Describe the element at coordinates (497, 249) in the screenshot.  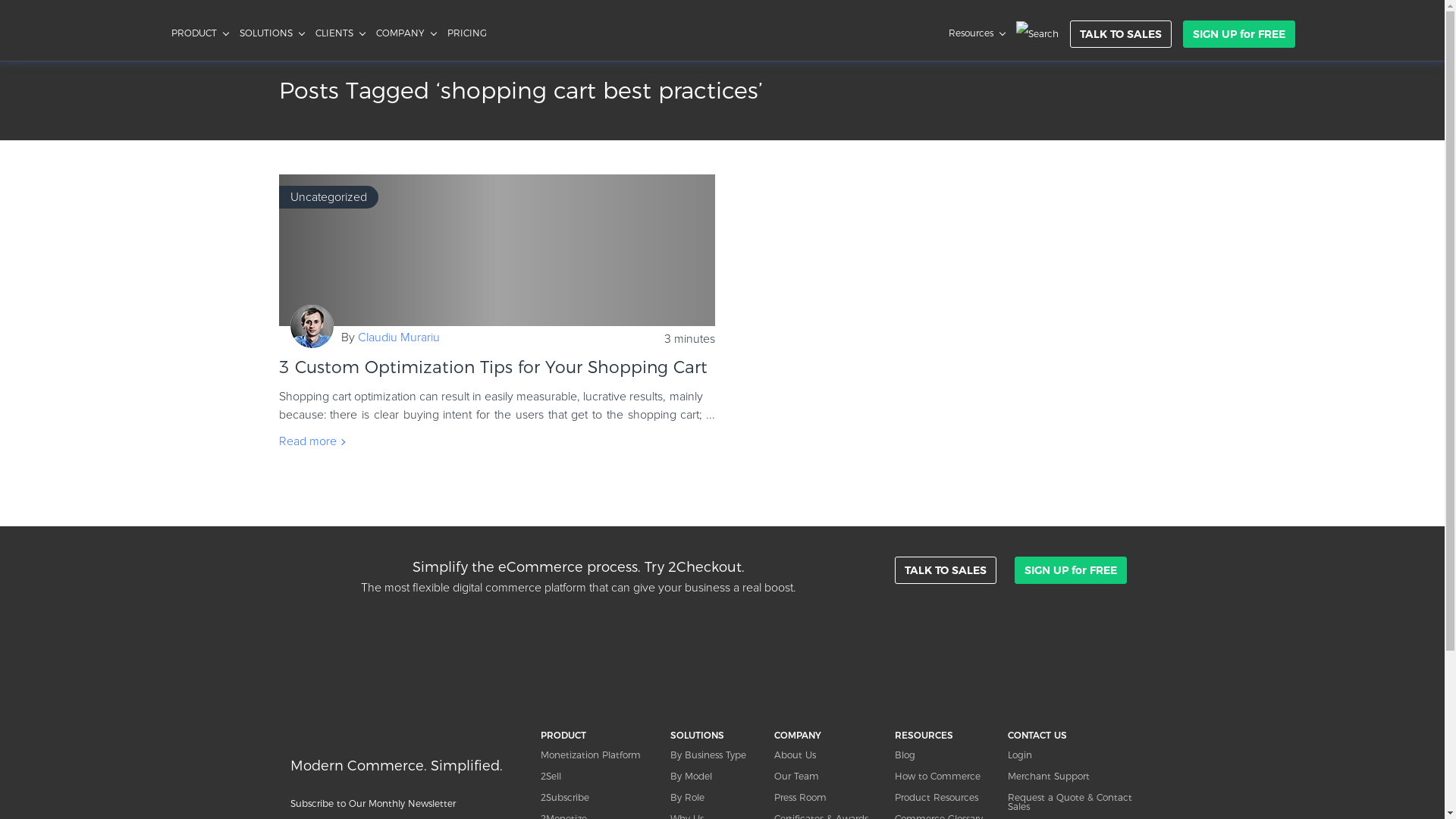
I see `'3 Custom Optimization Tips for Your Shopping Cart'` at that location.